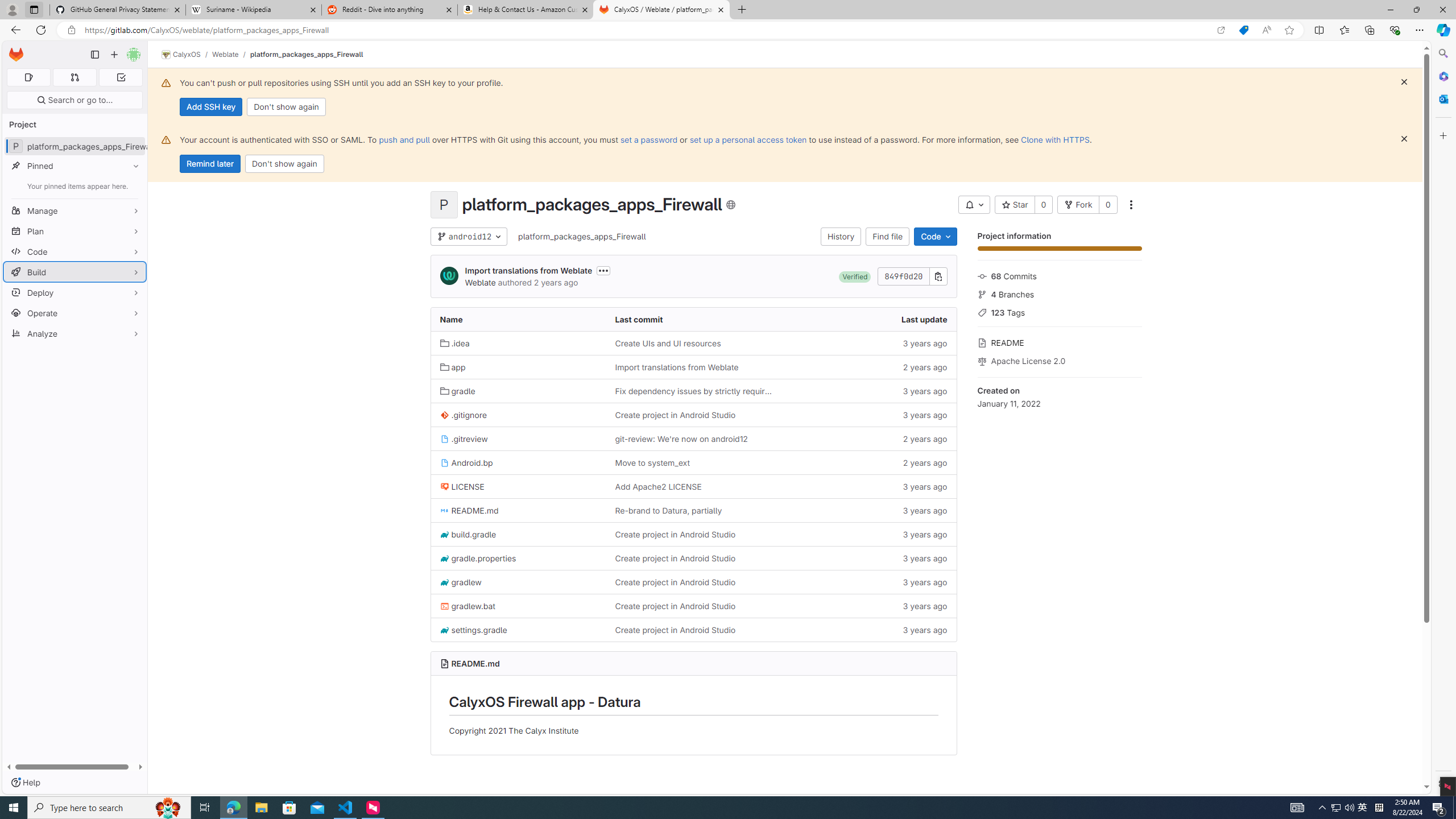 The image size is (1456, 819). Describe the element at coordinates (475, 663) in the screenshot. I see `'README.md'` at that location.